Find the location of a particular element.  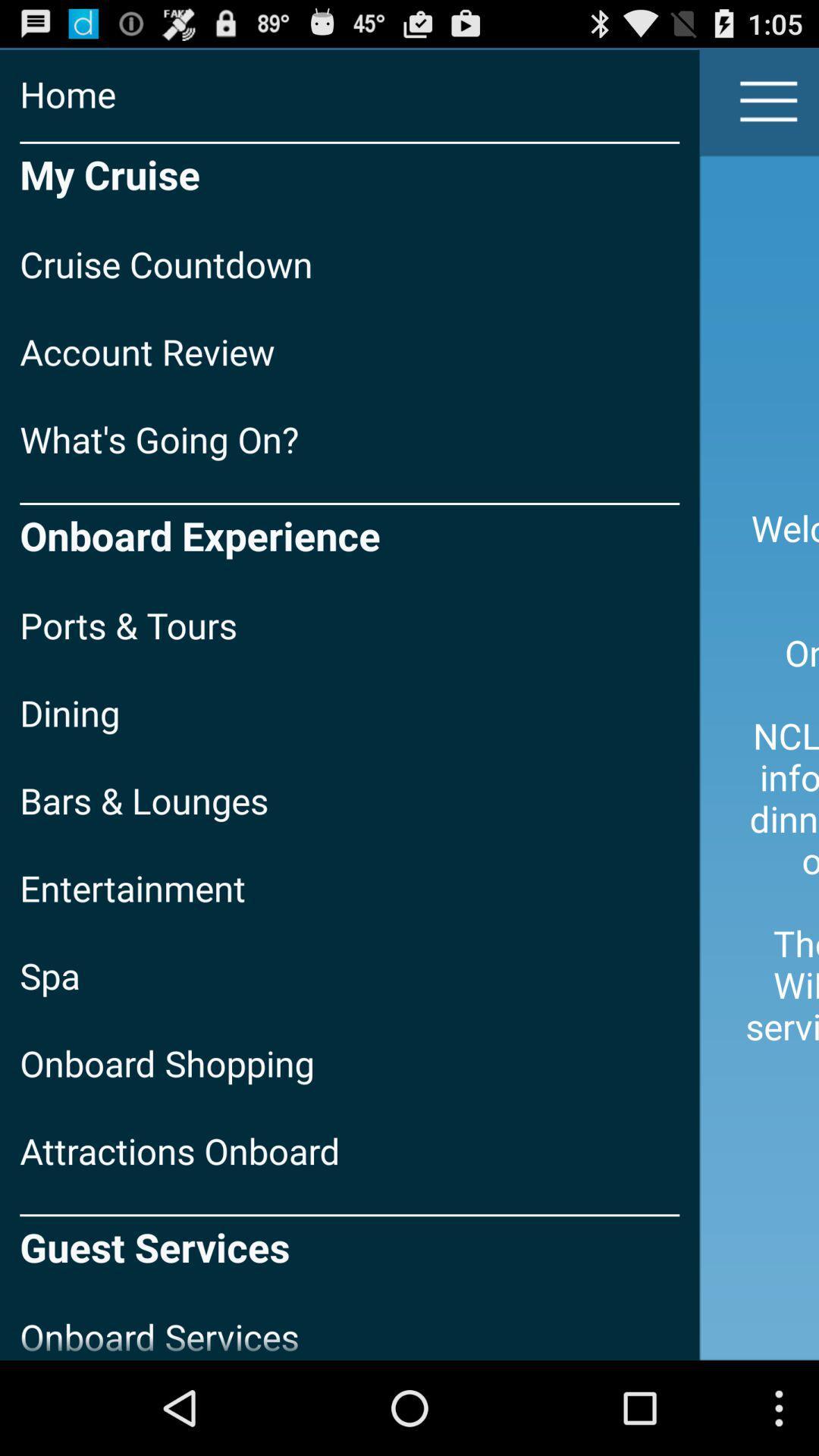

item next to the home is located at coordinates (769, 100).